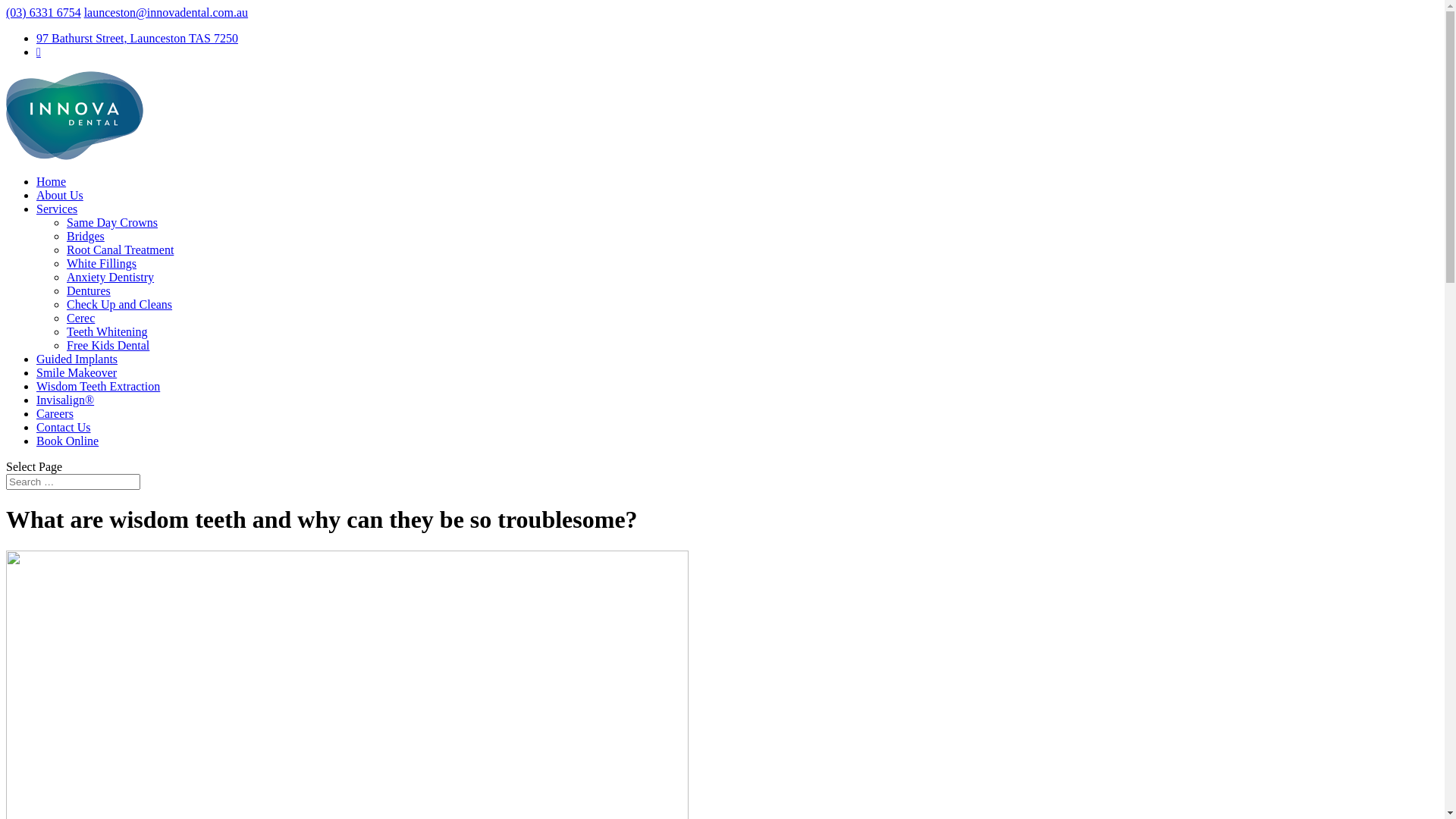  I want to click on 'Teeth Whitening', so click(106, 331).